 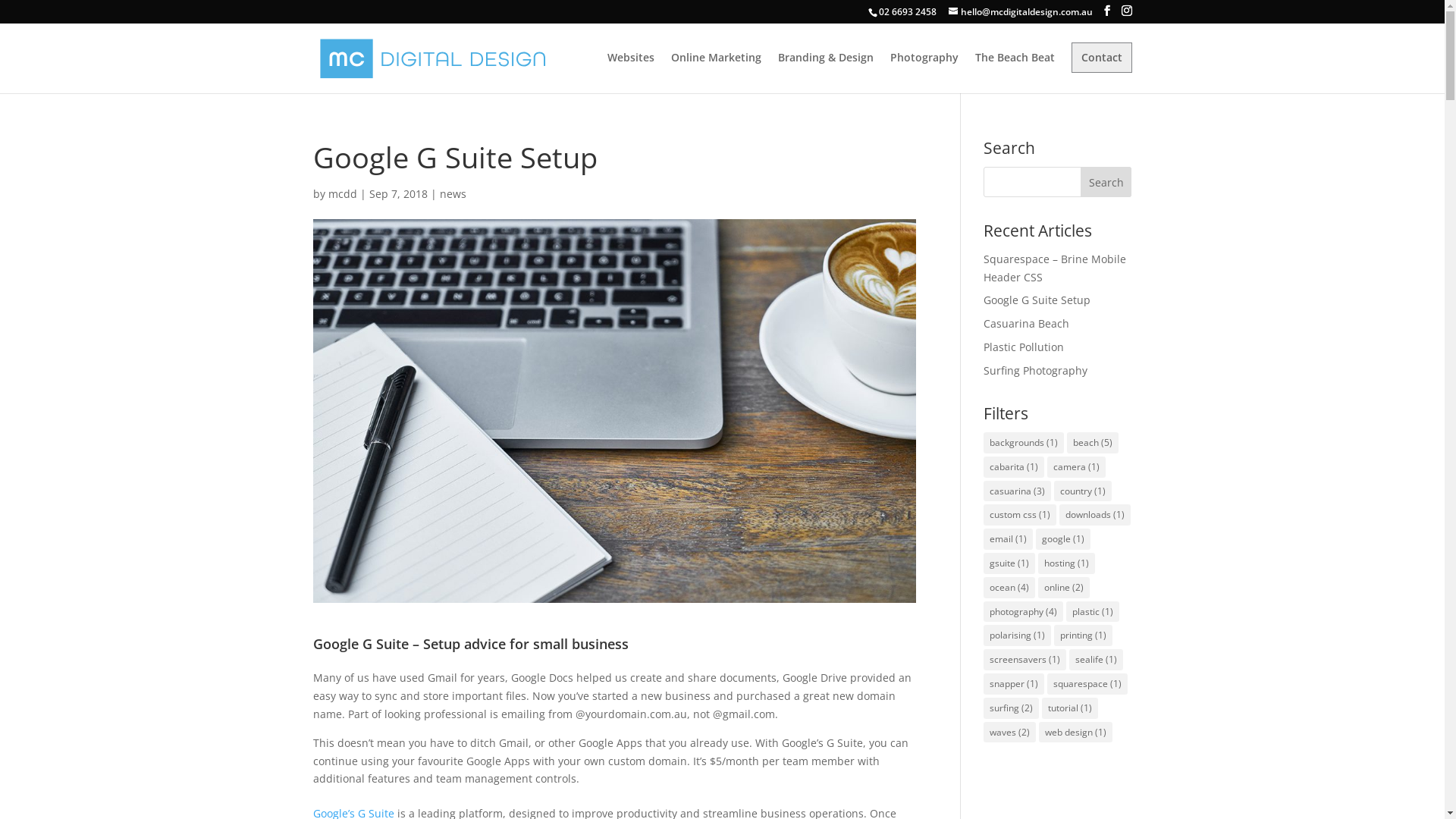 What do you see at coordinates (1017, 635) in the screenshot?
I see `'polarising (1)'` at bounding box center [1017, 635].